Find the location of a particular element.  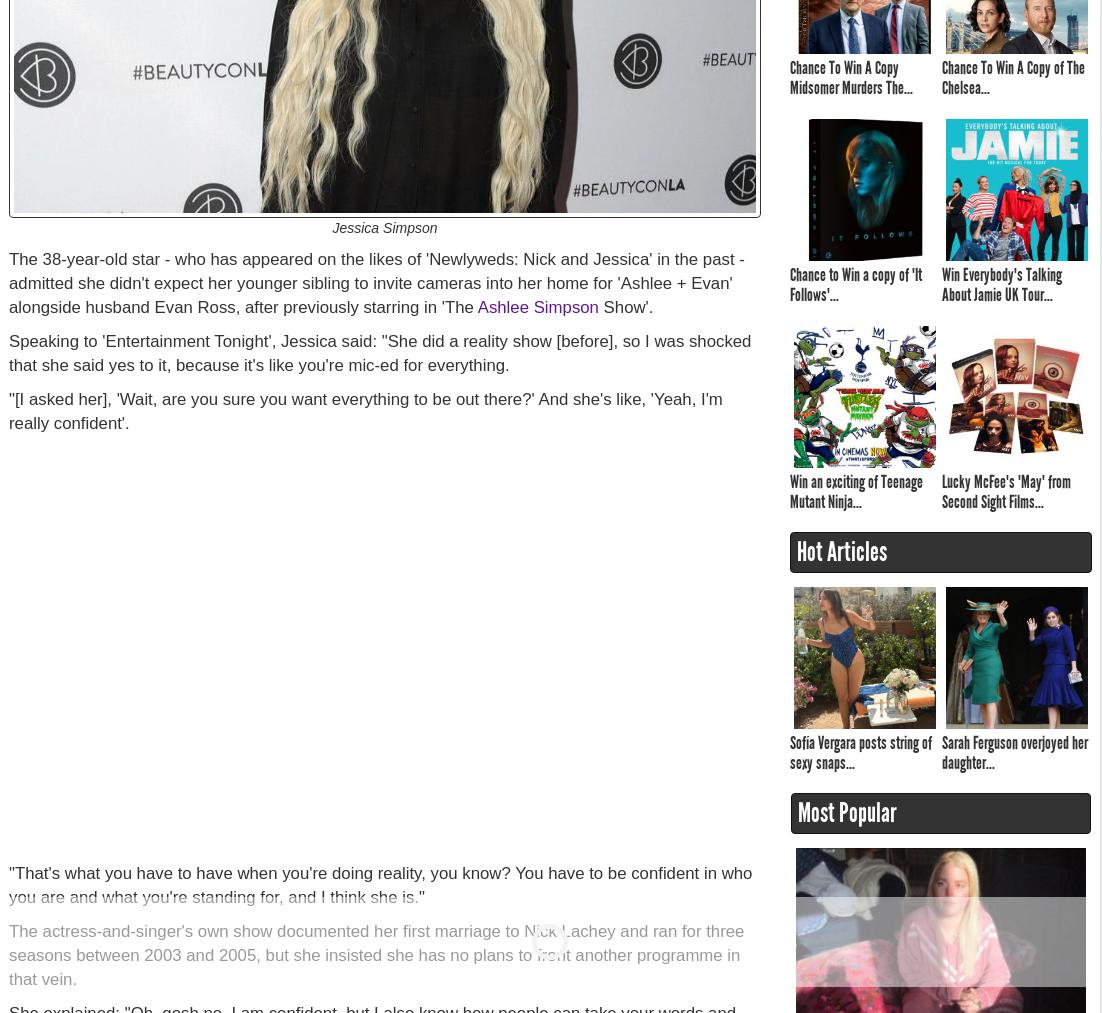

'Jessica Simpson' is located at coordinates (383, 227).